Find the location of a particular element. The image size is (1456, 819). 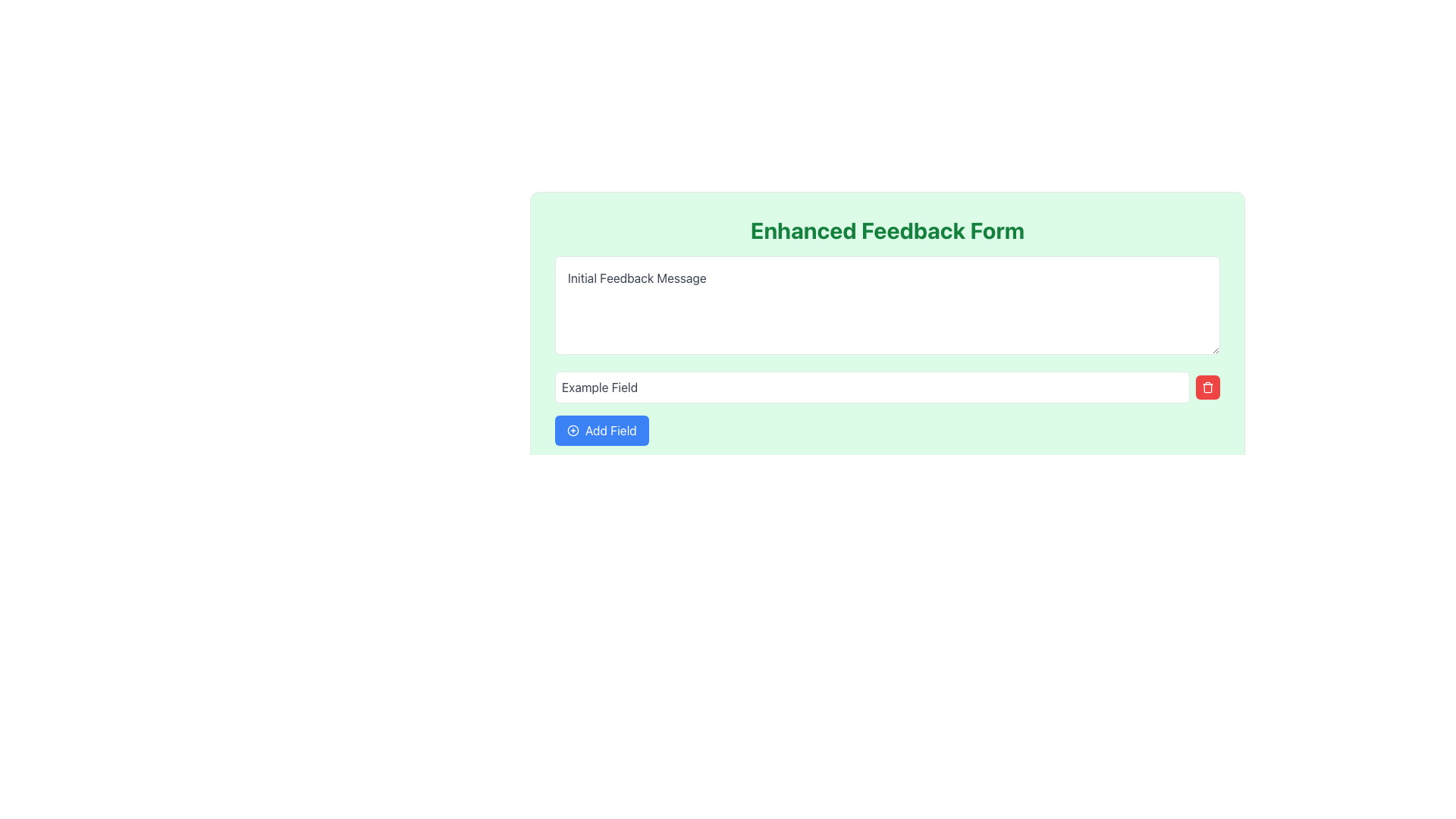

the blue 'Add Field' button with a white label and circular plus icon is located at coordinates (601, 430).